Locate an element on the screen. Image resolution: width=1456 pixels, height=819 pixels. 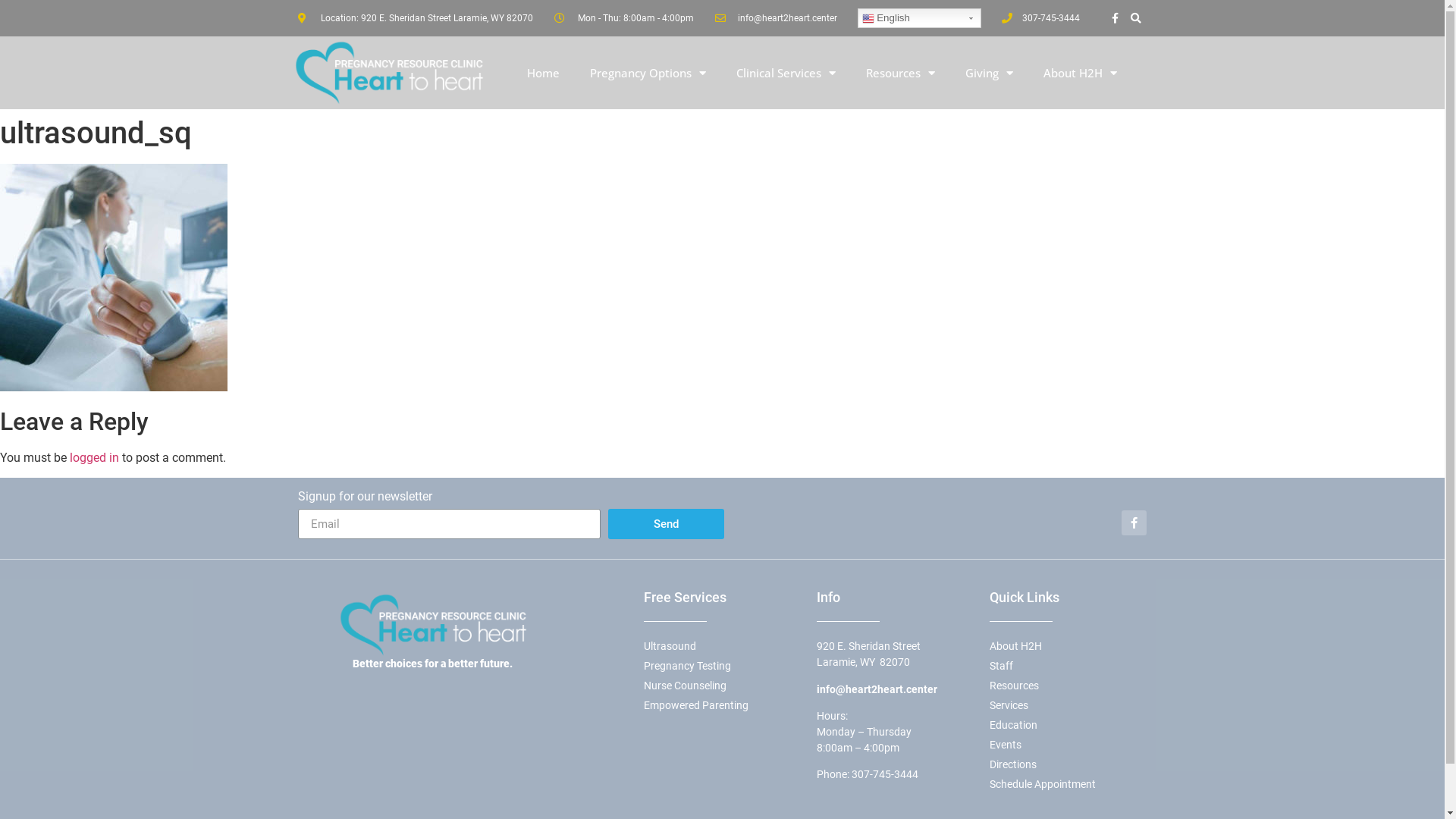
'Events' is located at coordinates (1066, 744).